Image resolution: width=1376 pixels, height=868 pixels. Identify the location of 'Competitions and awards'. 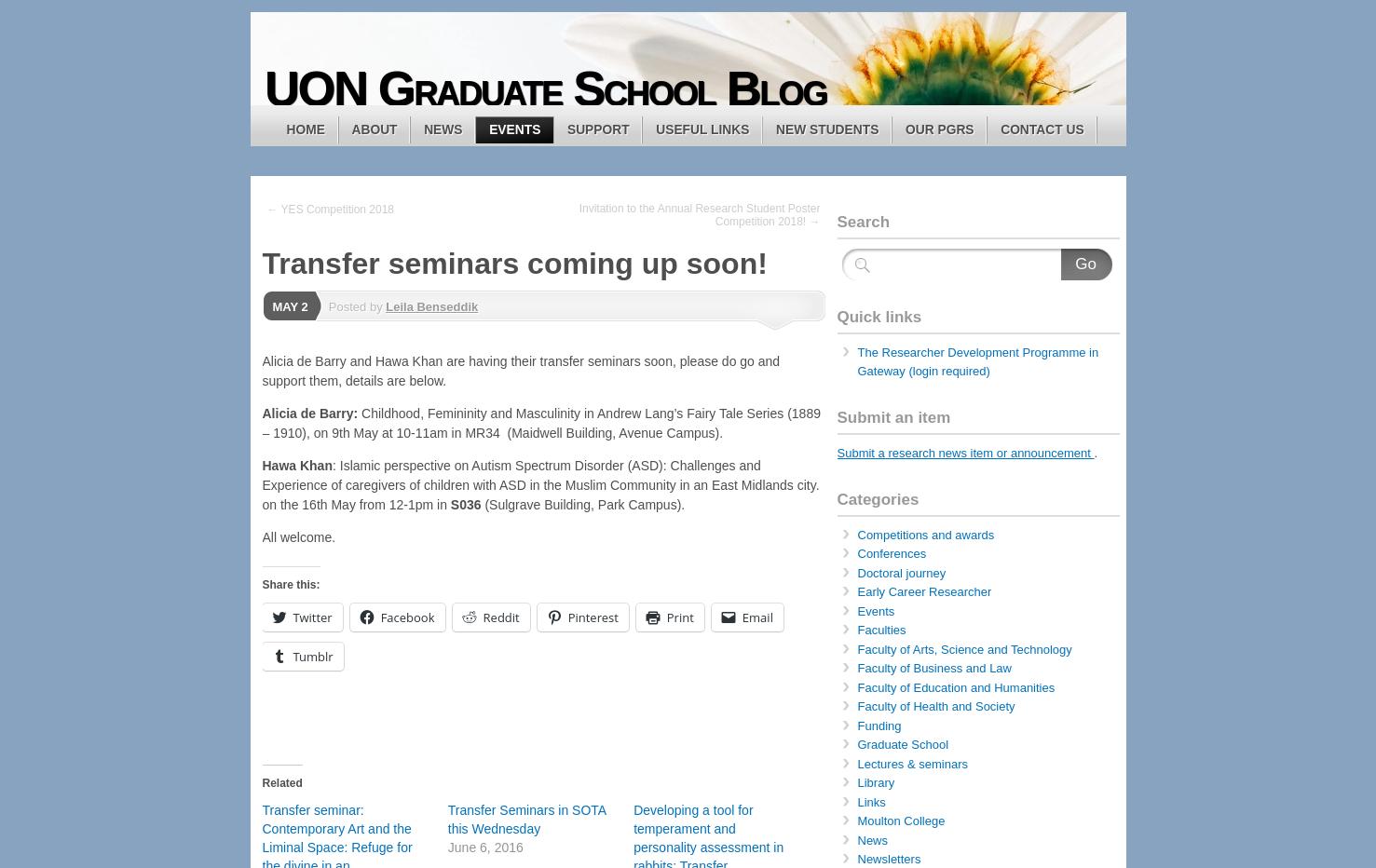
(924, 534).